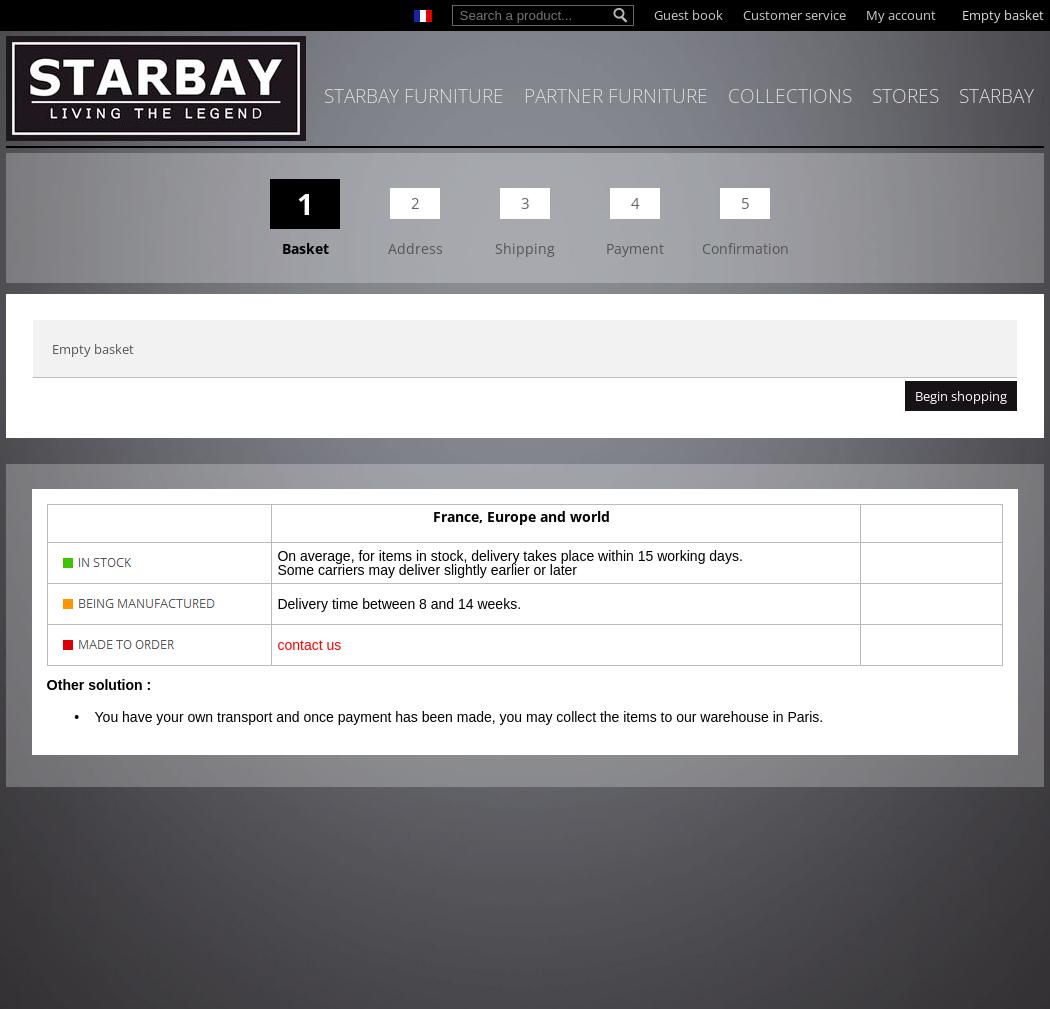 The height and width of the screenshot is (1009, 1050). What do you see at coordinates (869, 134) in the screenshot?
I see `'News'` at bounding box center [869, 134].